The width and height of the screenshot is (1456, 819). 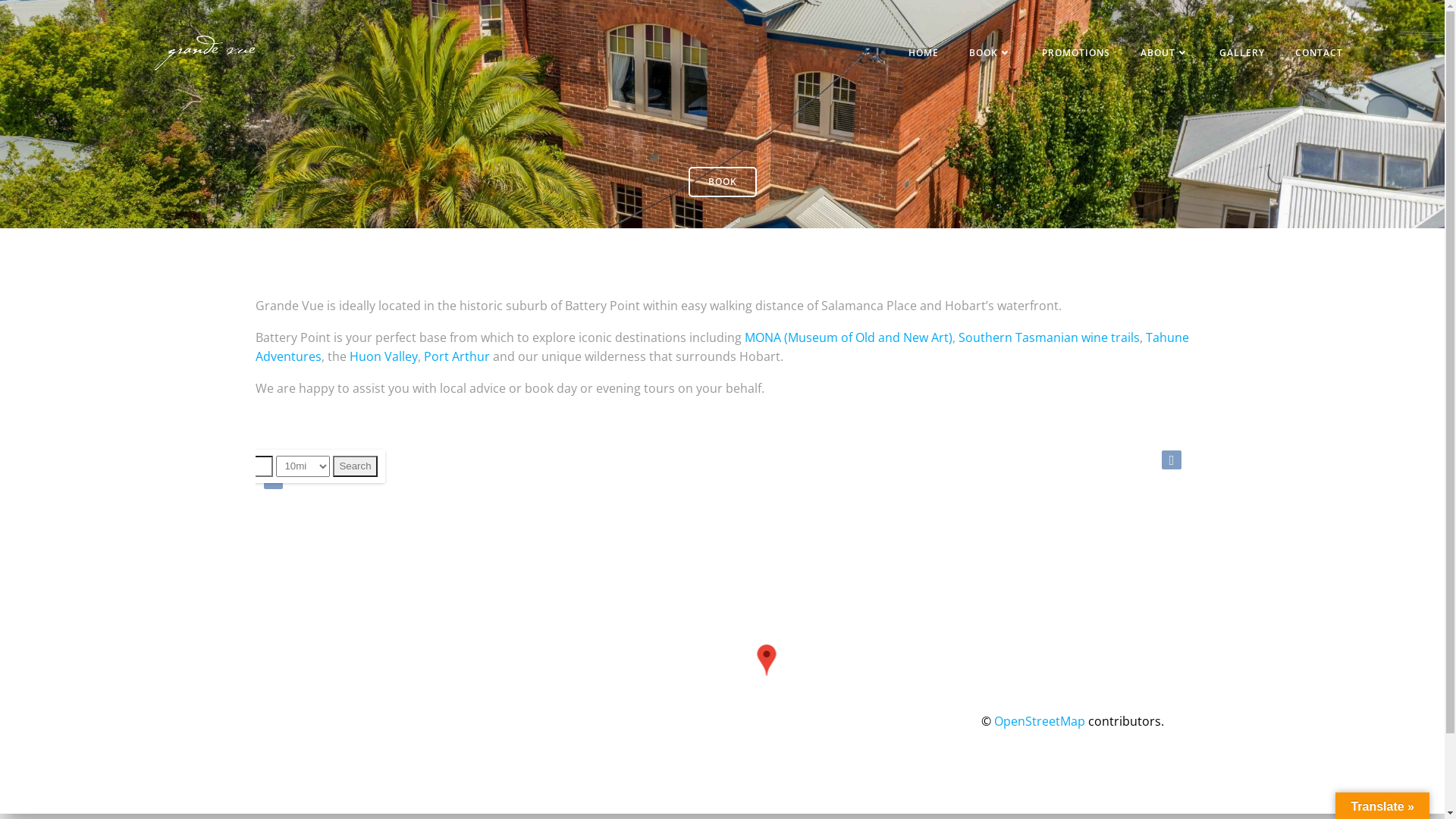 What do you see at coordinates (1241, 52) in the screenshot?
I see `'GALLERY'` at bounding box center [1241, 52].